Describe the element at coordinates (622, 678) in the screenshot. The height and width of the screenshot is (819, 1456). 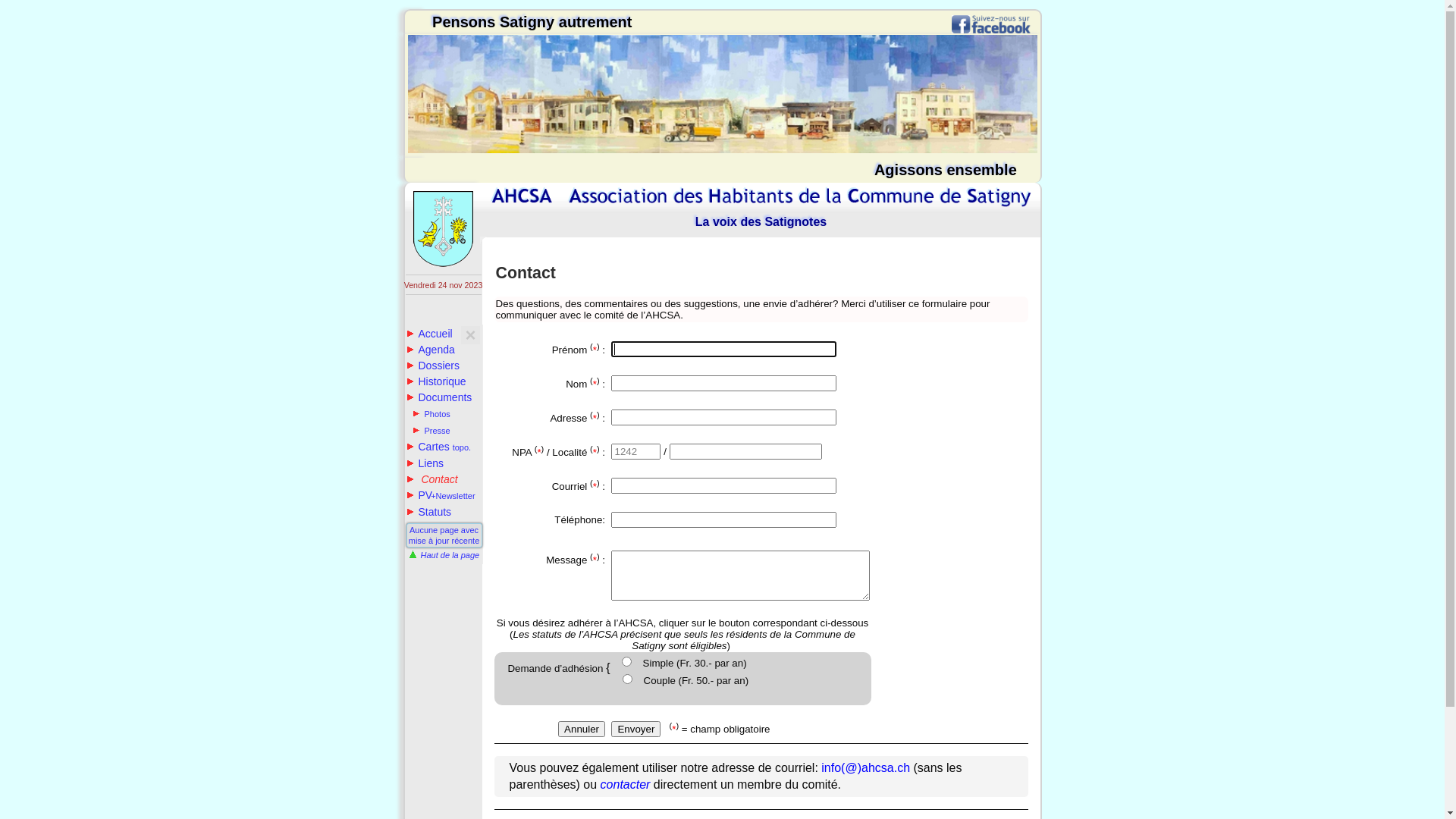
I see `'Couple'` at that location.